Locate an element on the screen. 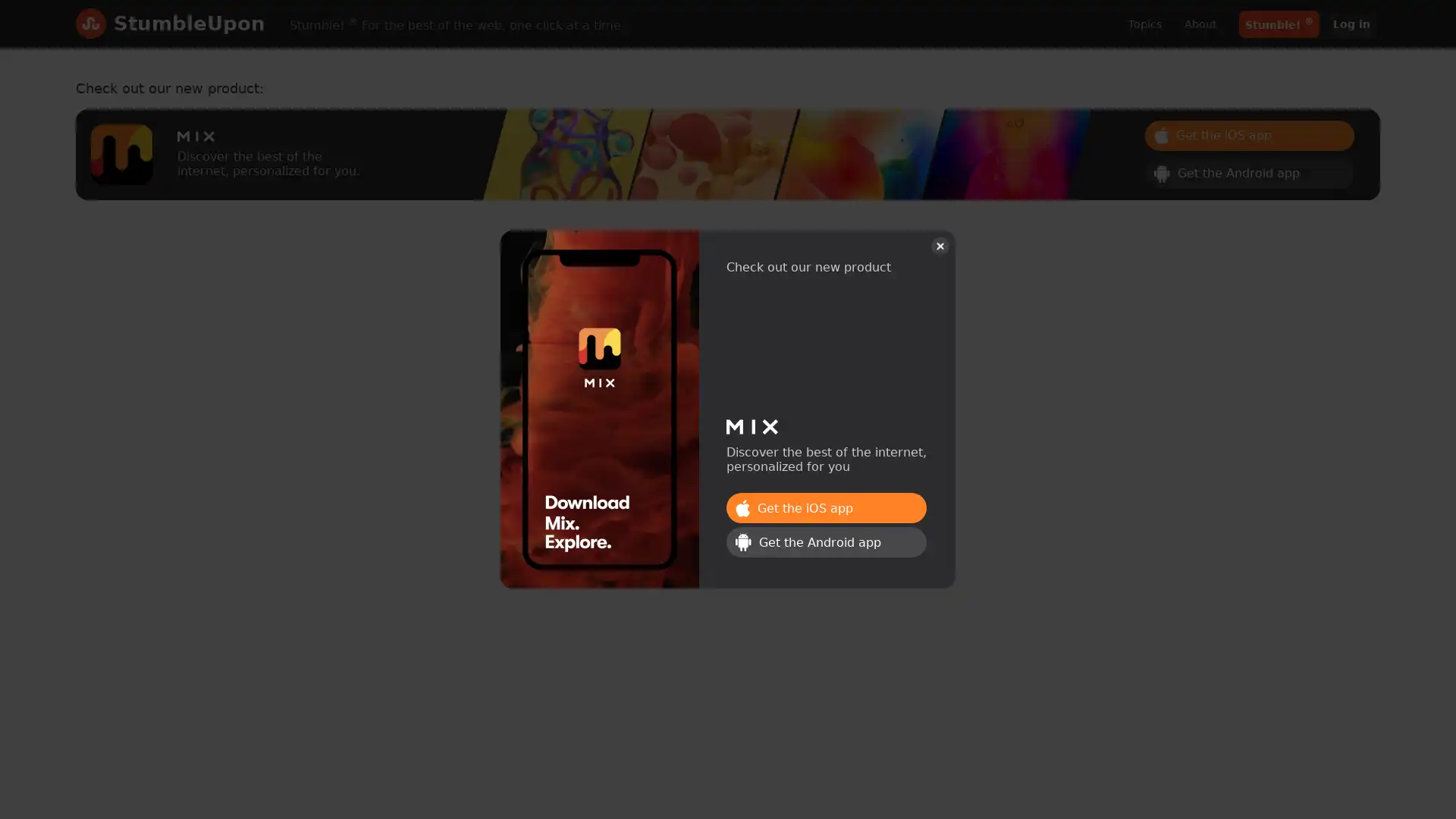  Header Image 1 Get the Android app is located at coordinates (825, 541).